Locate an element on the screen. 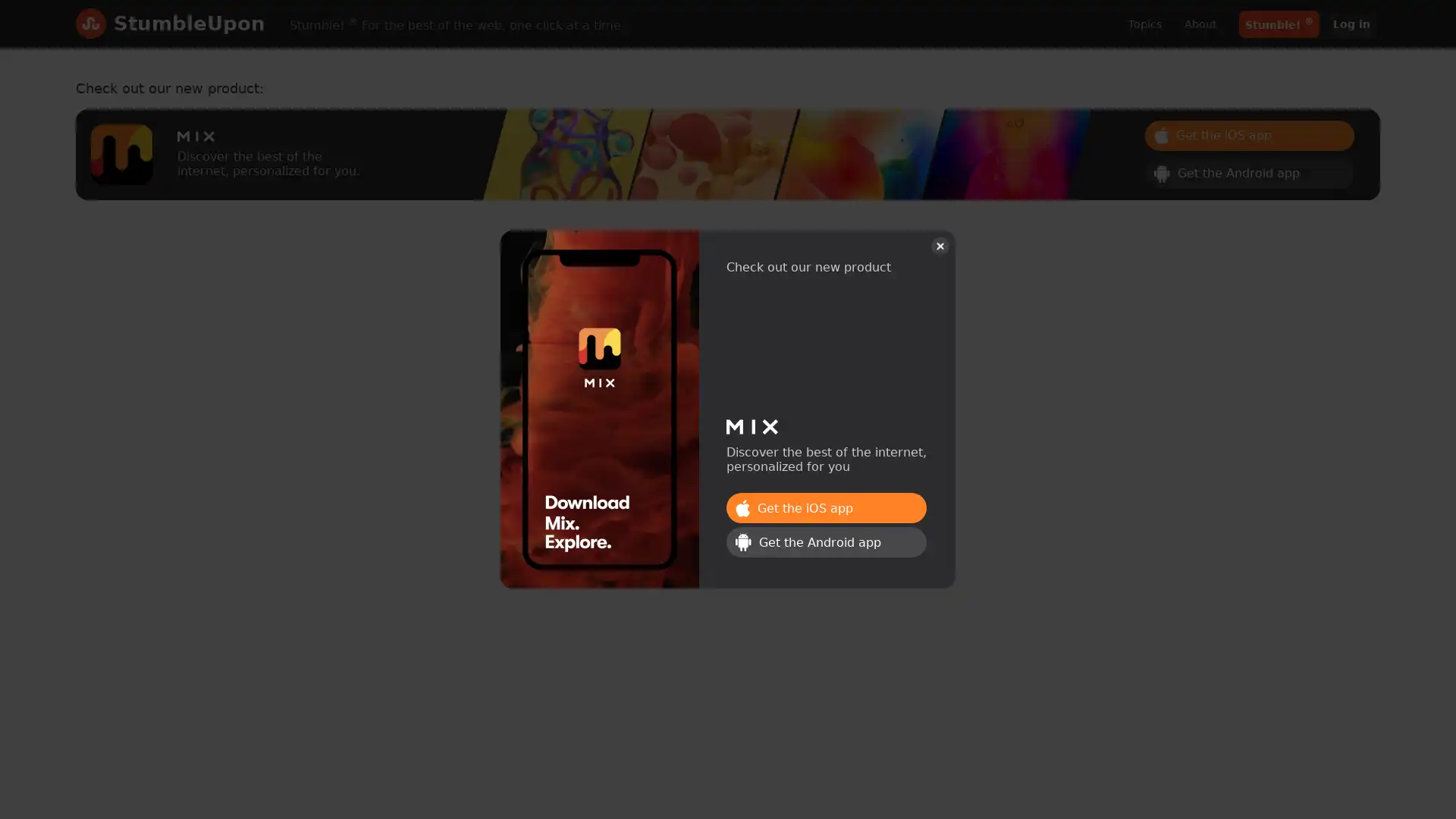  Header Image 1 Get the Android app is located at coordinates (825, 541).